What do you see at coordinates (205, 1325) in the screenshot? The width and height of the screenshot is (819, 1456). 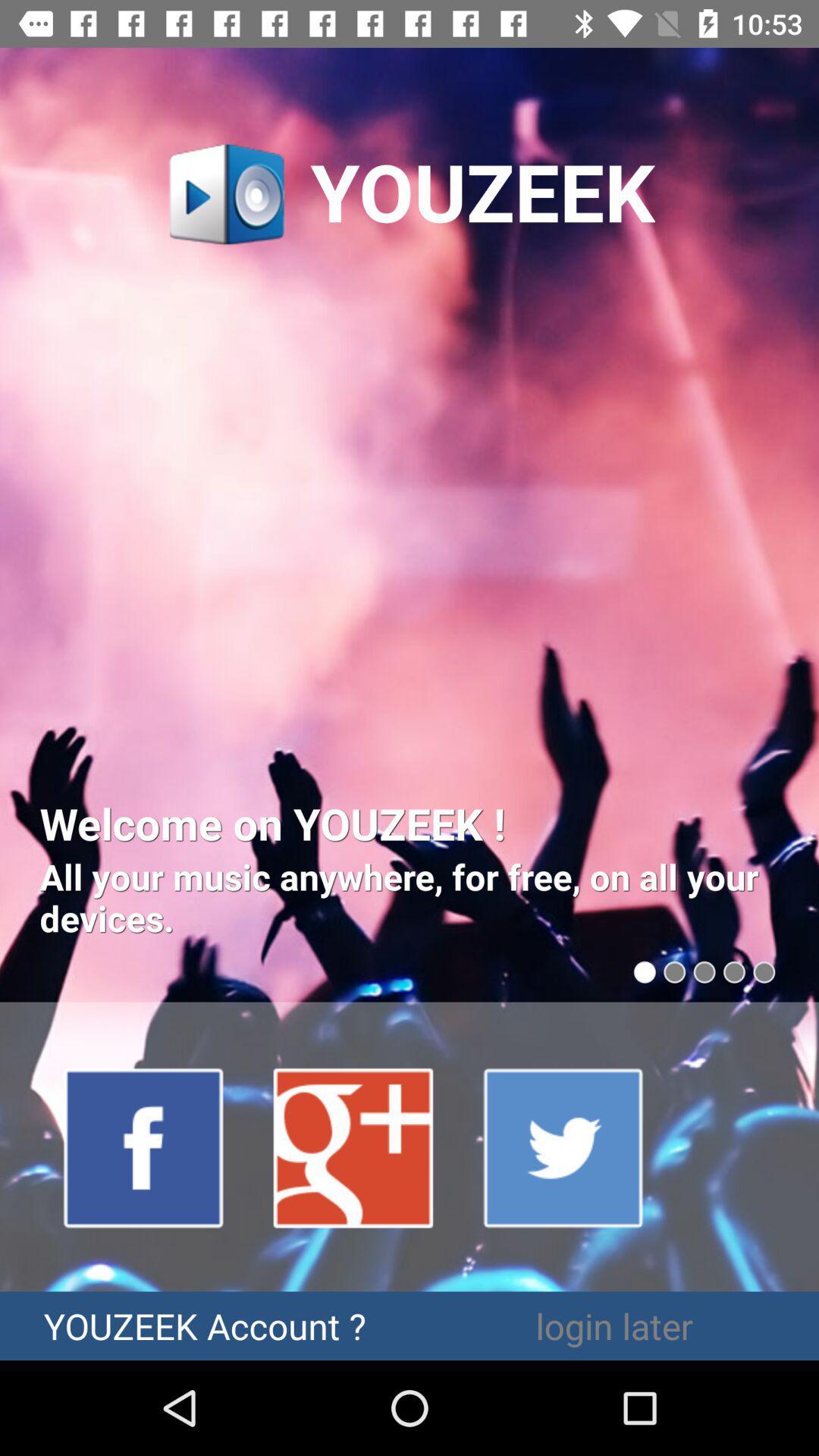 I see `item next to the login later icon` at bounding box center [205, 1325].